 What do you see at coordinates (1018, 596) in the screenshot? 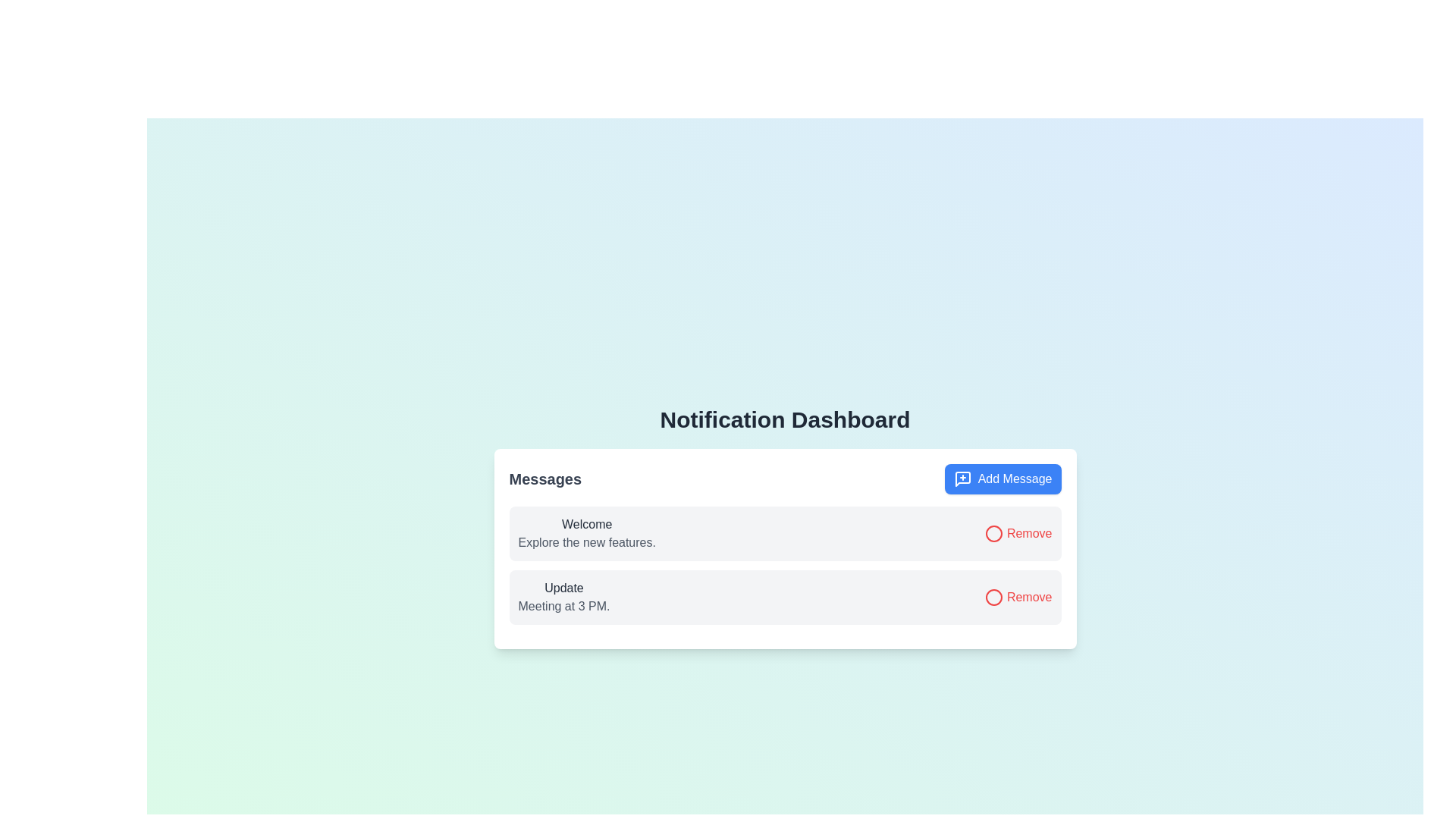
I see `the remove button located at the bottom-right corner of the card for the message 'Meeting at 3 PM.'` at bounding box center [1018, 596].